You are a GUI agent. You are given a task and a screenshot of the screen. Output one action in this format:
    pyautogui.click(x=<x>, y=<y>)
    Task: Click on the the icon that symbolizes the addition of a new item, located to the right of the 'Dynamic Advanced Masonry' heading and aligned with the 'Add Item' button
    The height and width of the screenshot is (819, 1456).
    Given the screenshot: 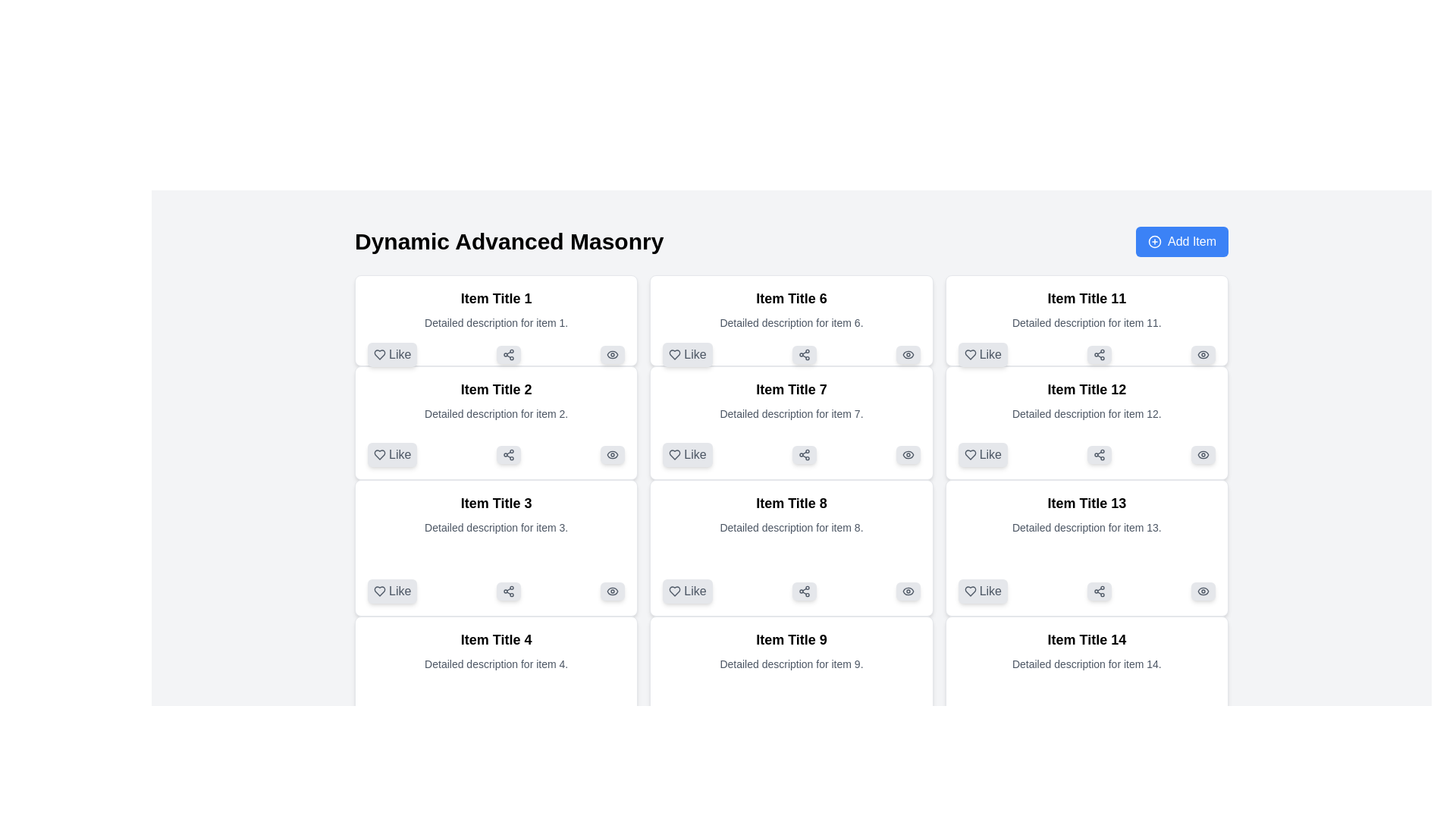 What is the action you would take?
    pyautogui.click(x=1153, y=241)
    